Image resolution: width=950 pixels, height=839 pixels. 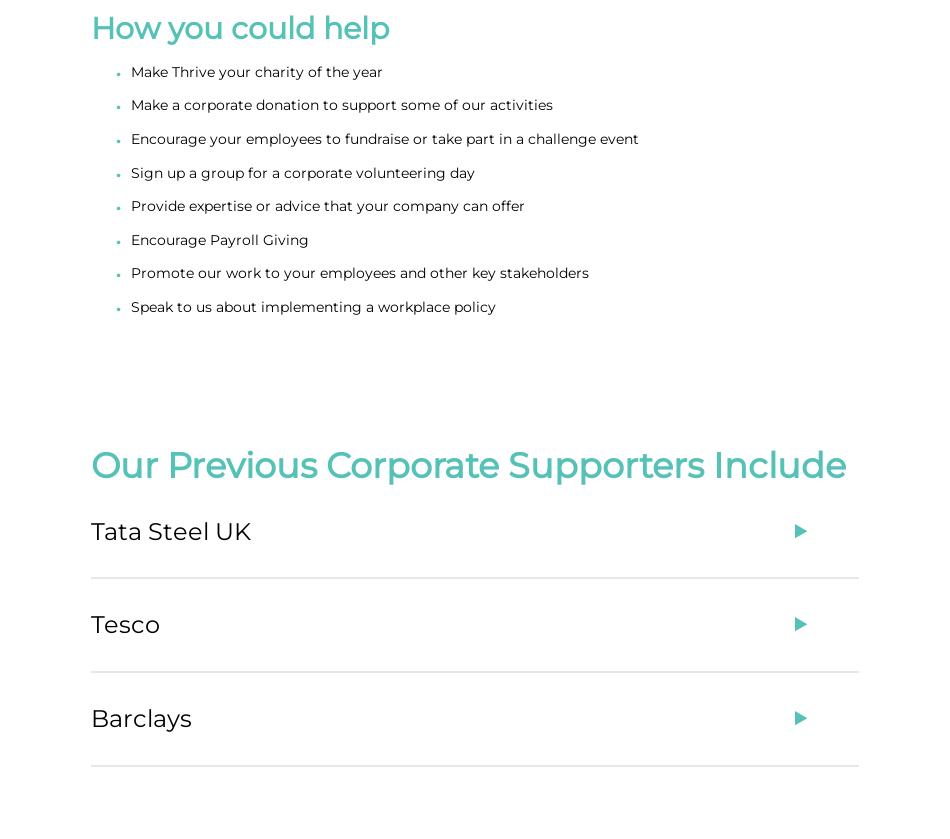 What do you see at coordinates (125, 623) in the screenshot?
I see `'Tesco'` at bounding box center [125, 623].